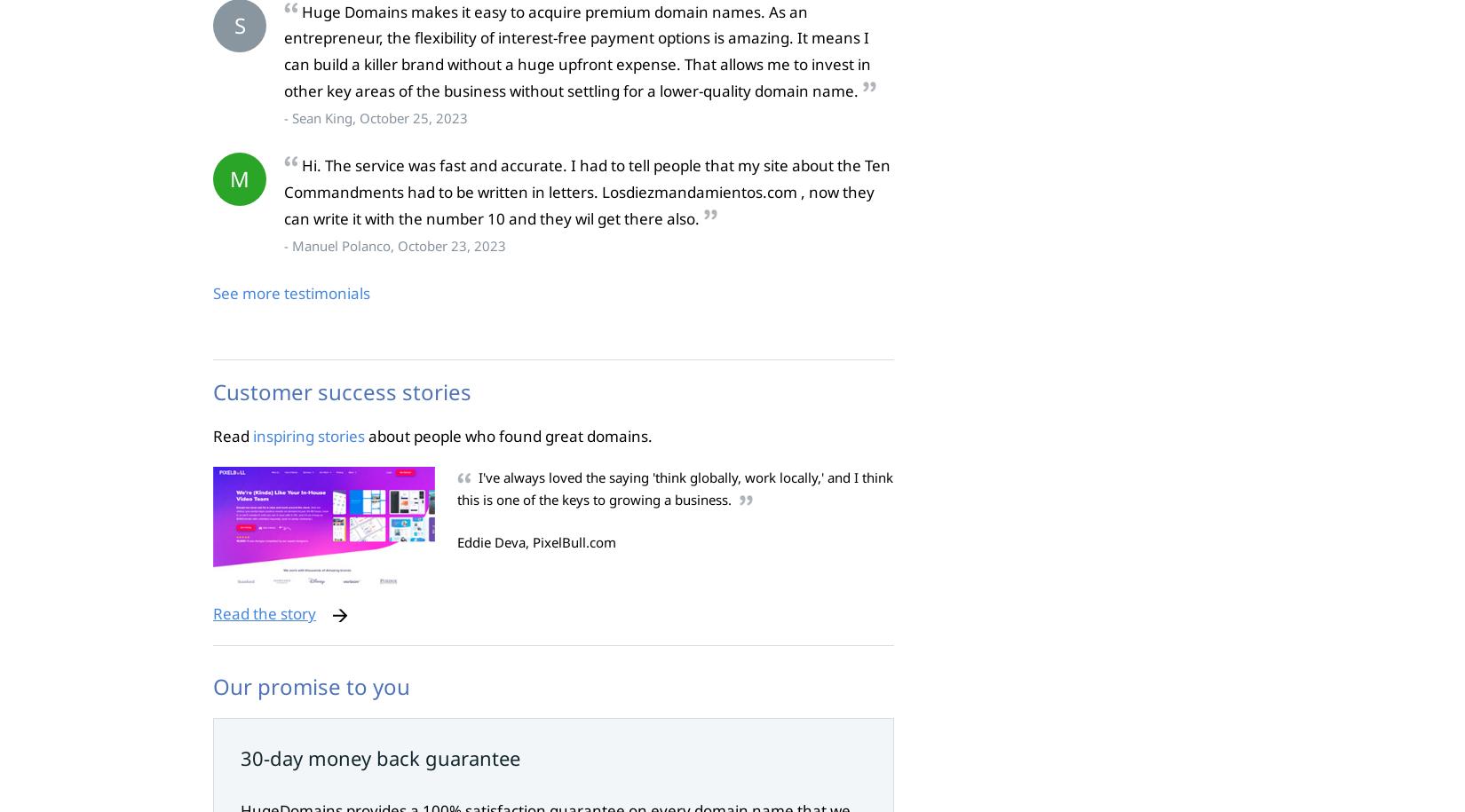  What do you see at coordinates (233, 434) in the screenshot?
I see `'Read'` at bounding box center [233, 434].